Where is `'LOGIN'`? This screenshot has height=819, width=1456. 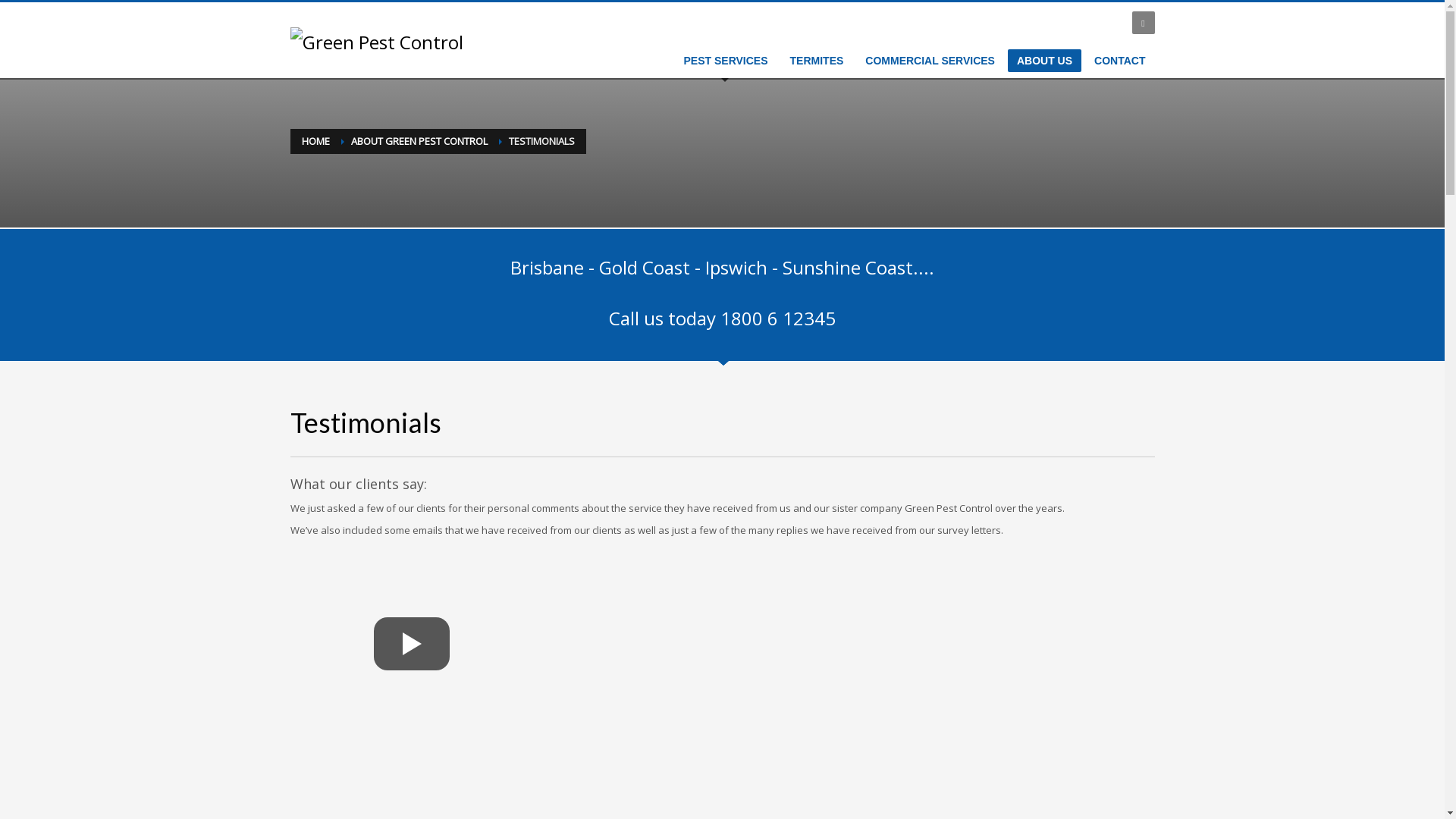 'LOGIN' is located at coordinates (1103, 23).